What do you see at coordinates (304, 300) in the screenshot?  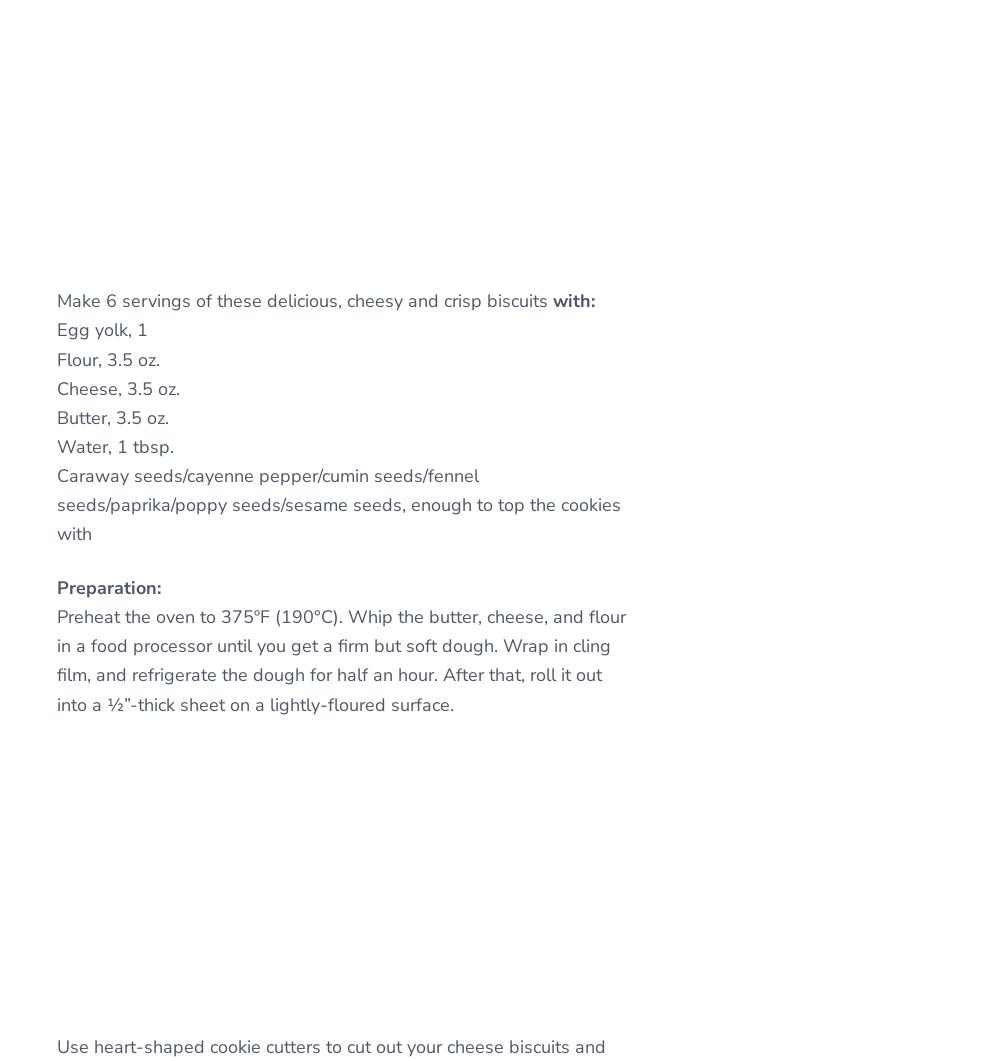 I see `'Make 6 servings of these delicious, cheesy and crisp biscuits'` at bounding box center [304, 300].